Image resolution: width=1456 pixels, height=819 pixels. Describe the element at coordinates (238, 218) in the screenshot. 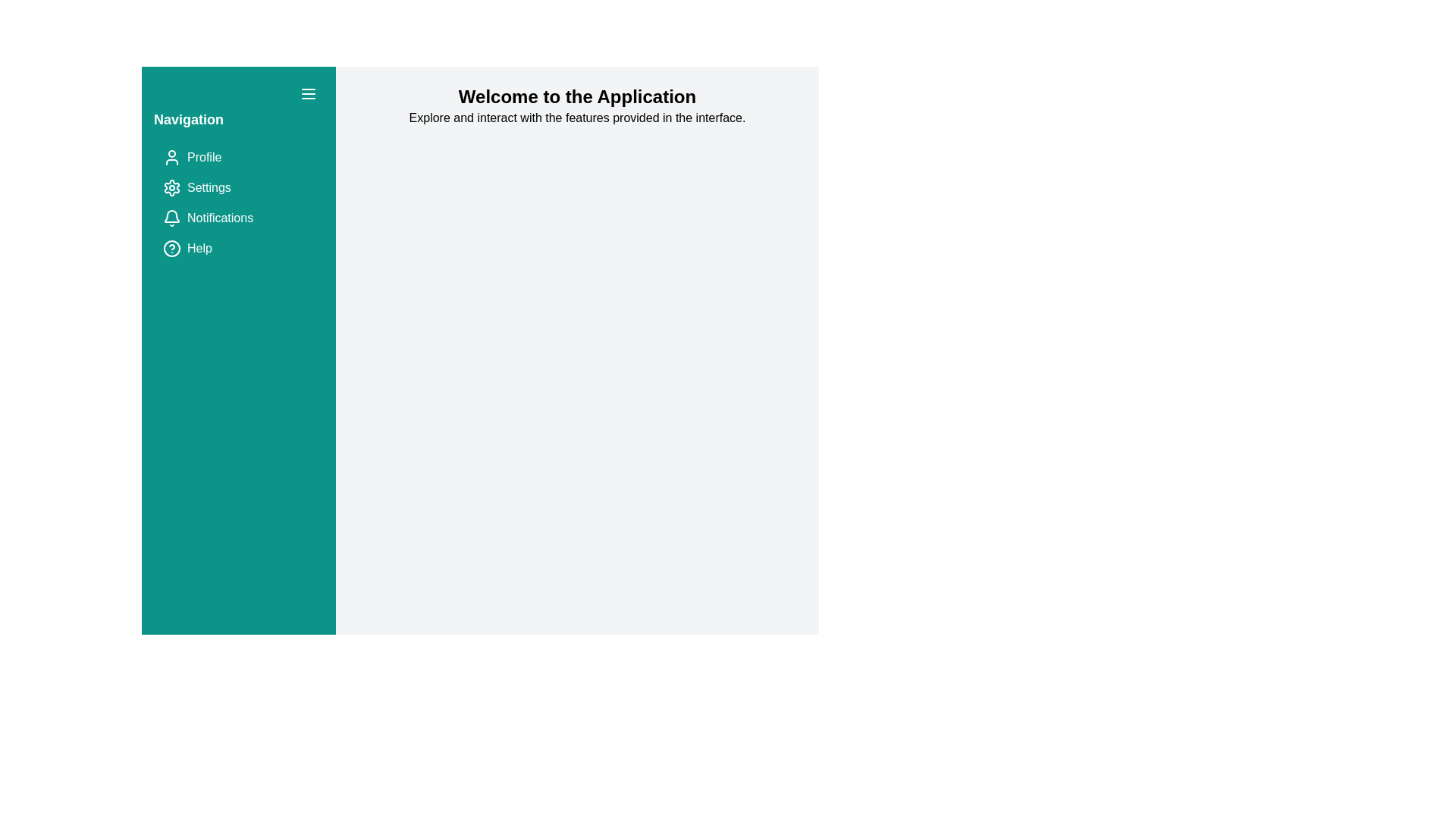

I see `the navigation item Notifications to navigate to the respective section` at that location.